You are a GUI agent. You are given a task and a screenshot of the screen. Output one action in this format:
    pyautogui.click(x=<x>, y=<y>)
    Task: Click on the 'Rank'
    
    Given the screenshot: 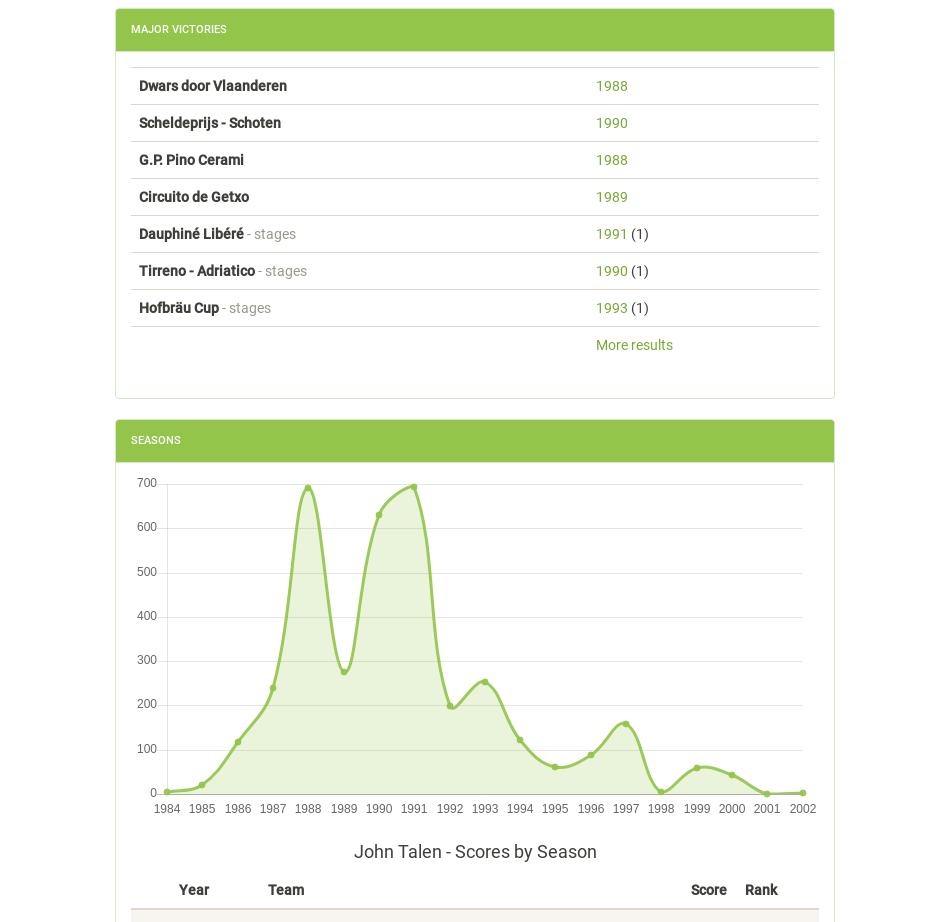 What is the action you would take?
    pyautogui.click(x=760, y=887)
    